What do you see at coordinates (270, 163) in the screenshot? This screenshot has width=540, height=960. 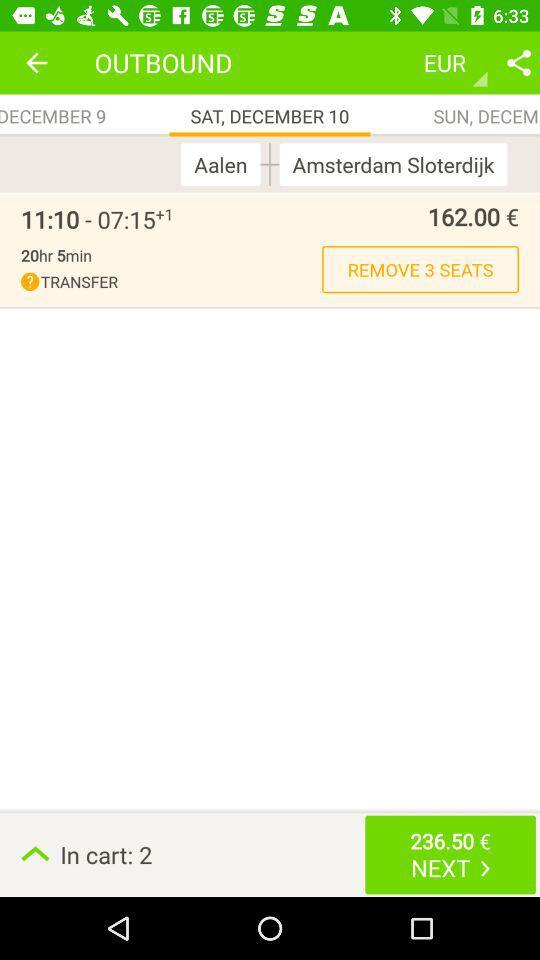 I see `item next to amsterdam sloterdijk icon` at bounding box center [270, 163].